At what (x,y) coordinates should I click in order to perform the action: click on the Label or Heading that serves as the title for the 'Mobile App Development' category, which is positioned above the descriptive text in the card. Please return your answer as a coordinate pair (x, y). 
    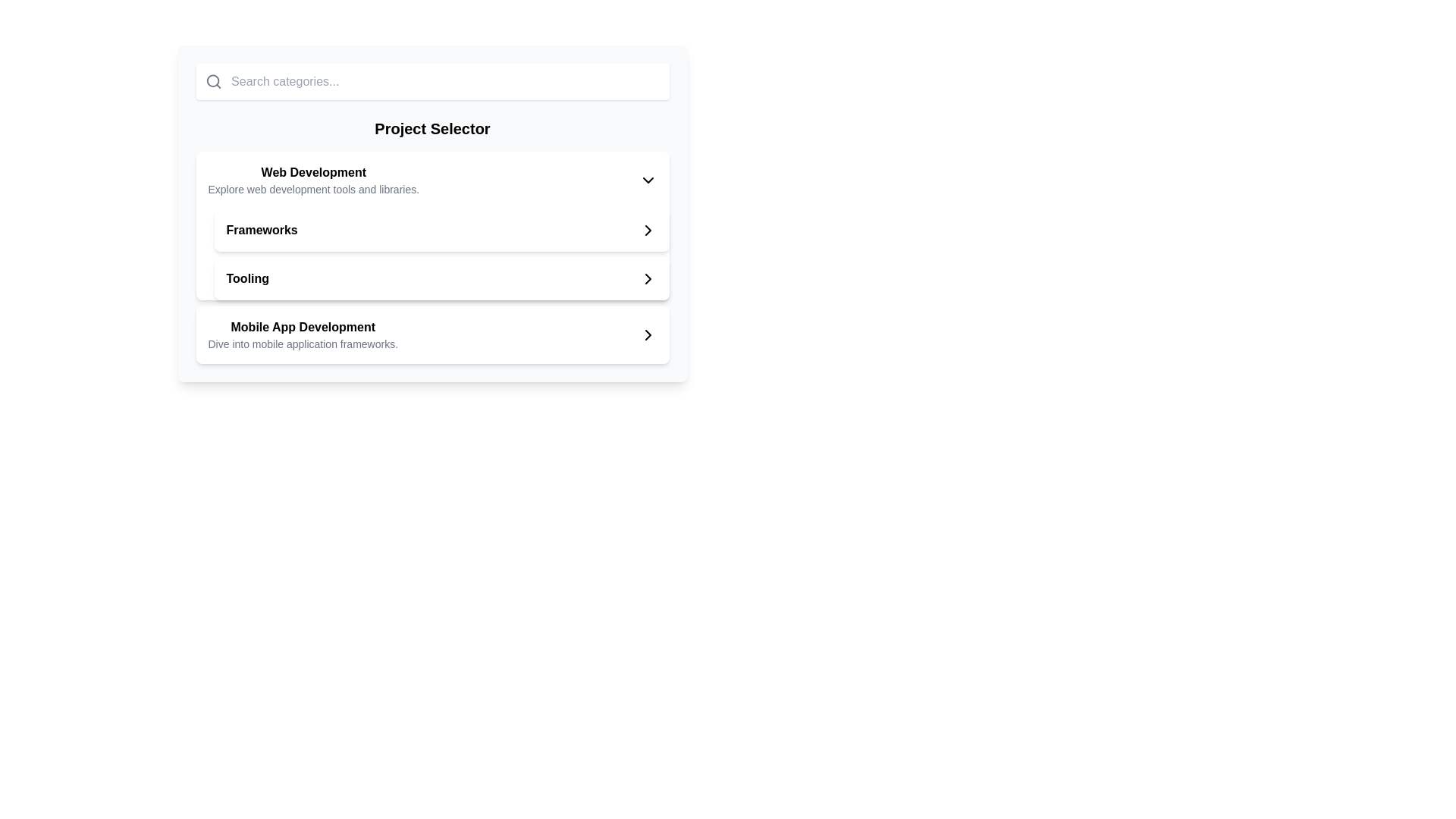
    Looking at the image, I should click on (303, 327).